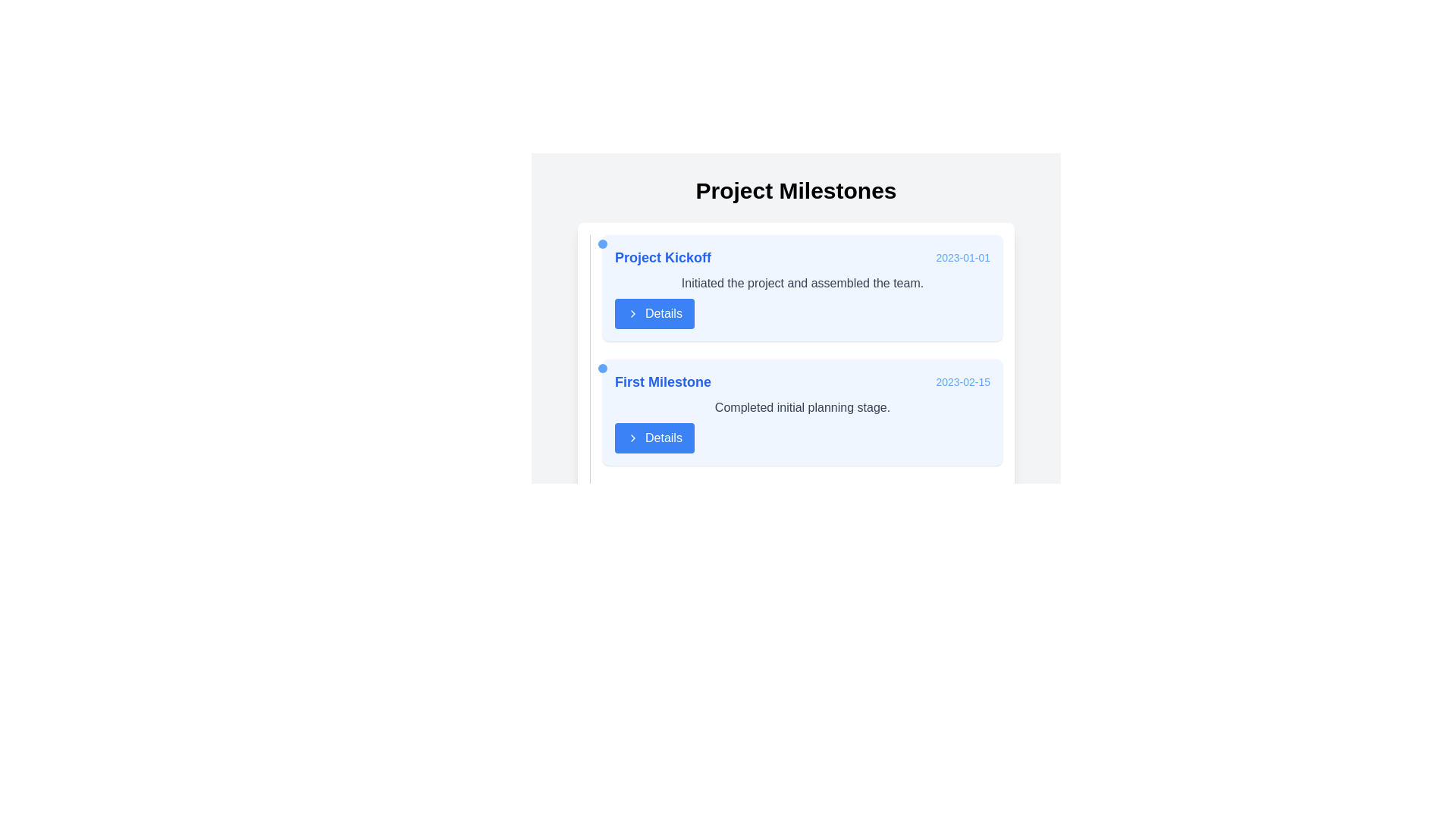 The height and width of the screenshot is (819, 1456). I want to click on the interactive button located at the lower-left corner of the project milestone card, so click(654, 312).